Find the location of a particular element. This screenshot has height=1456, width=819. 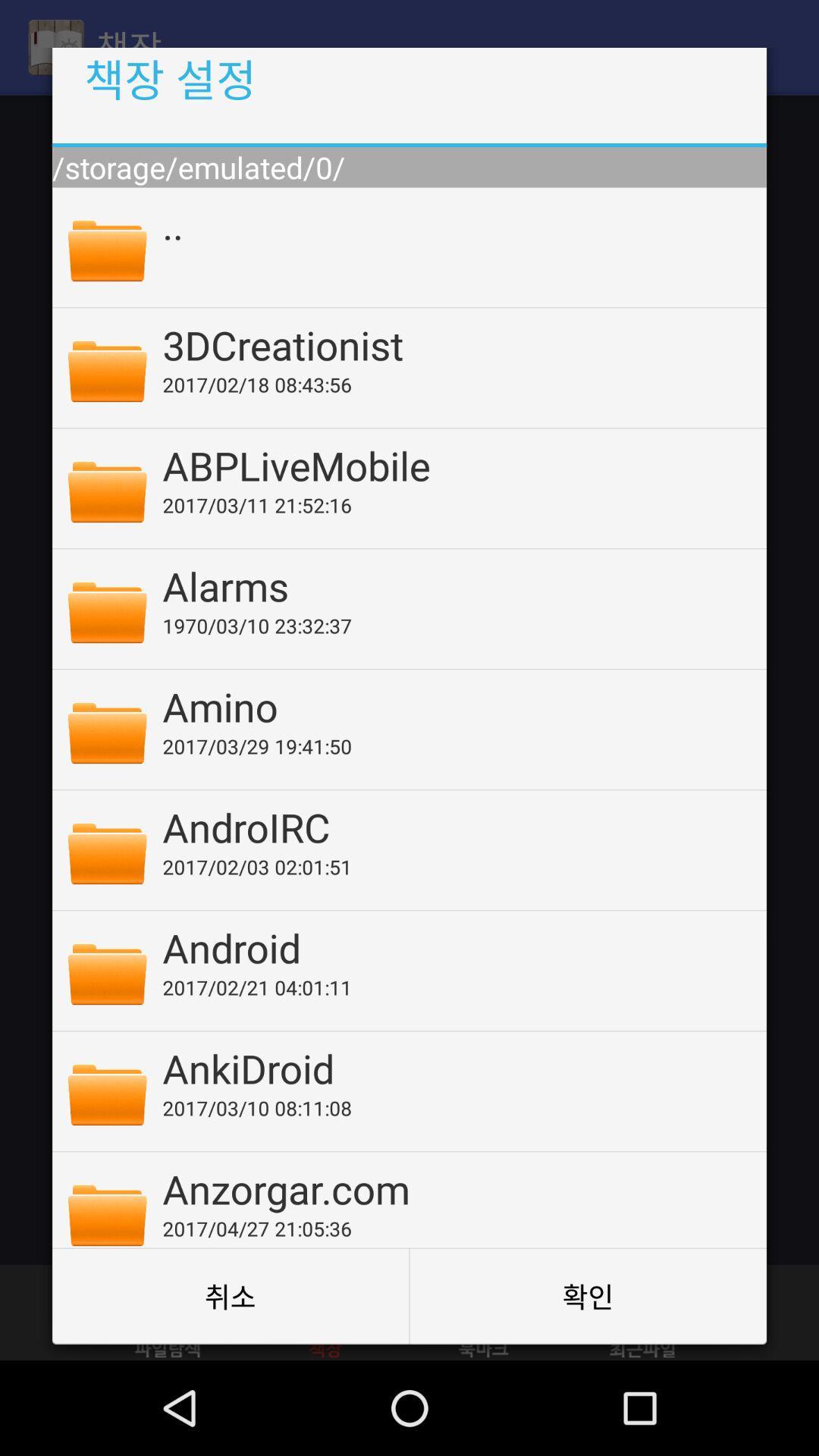

amino is located at coordinates (453, 705).